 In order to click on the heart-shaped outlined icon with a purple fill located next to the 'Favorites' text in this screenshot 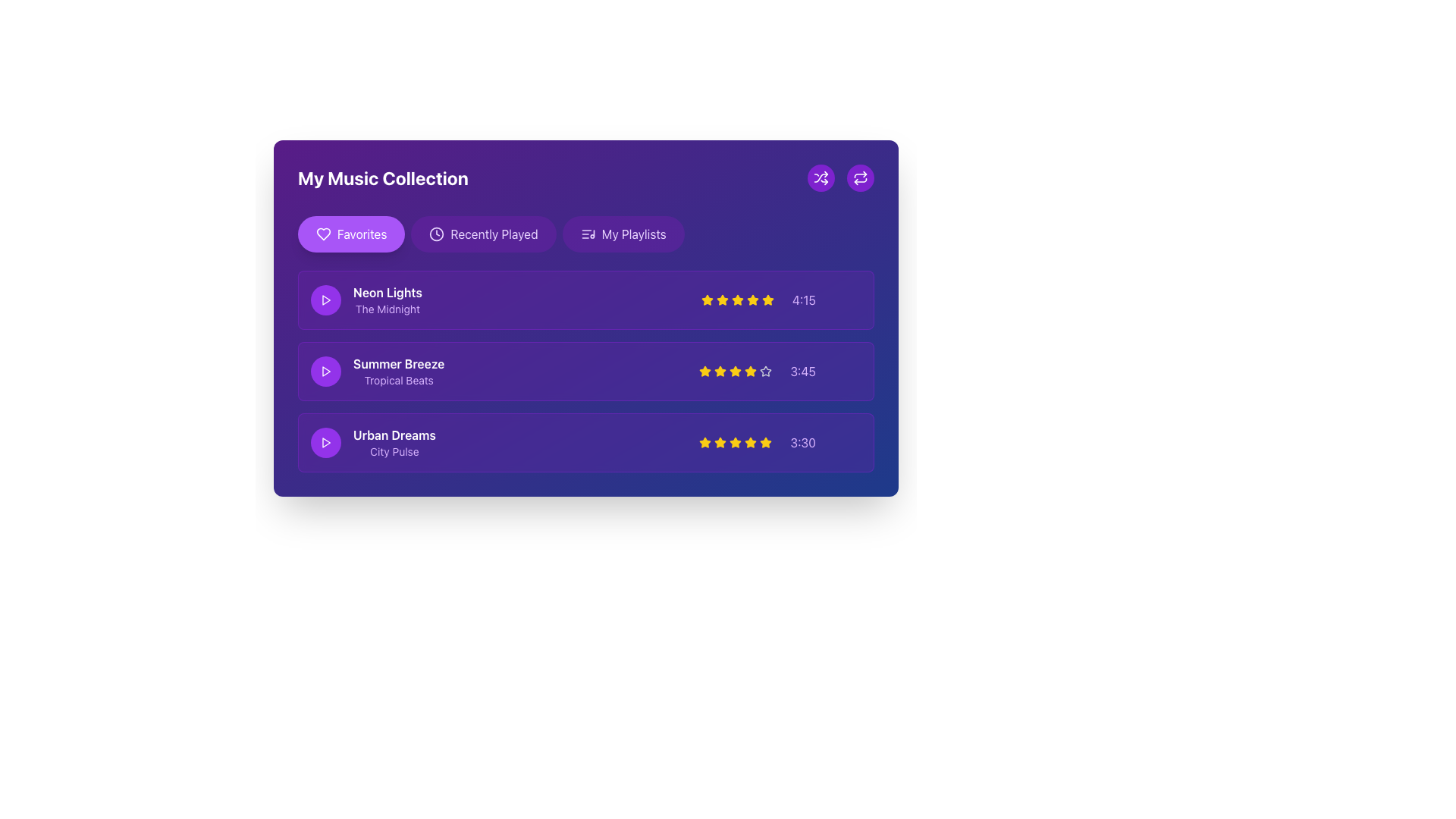, I will do `click(323, 234)`.